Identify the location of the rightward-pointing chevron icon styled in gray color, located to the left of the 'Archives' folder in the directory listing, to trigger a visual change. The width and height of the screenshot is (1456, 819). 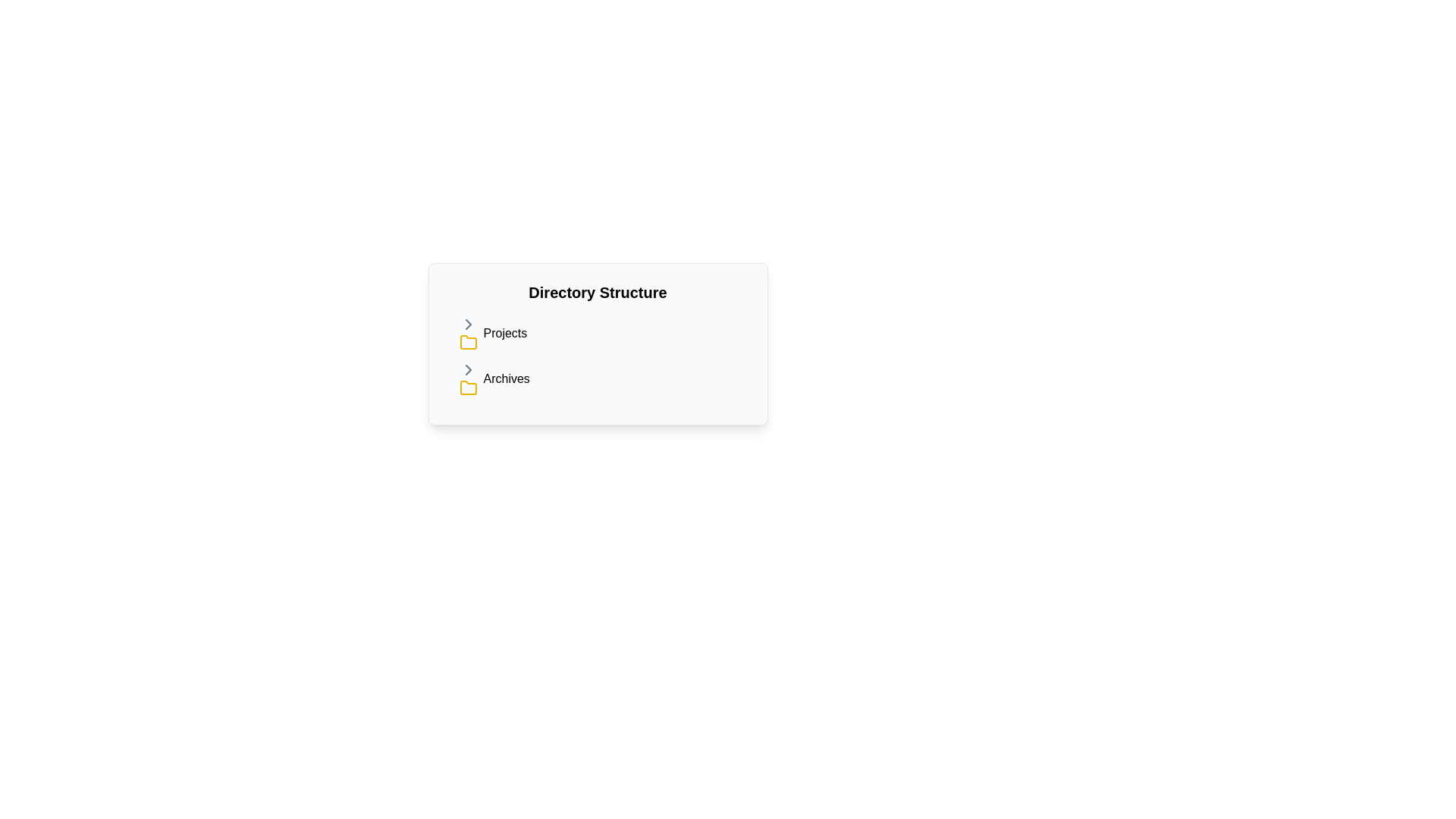
(467, 370).